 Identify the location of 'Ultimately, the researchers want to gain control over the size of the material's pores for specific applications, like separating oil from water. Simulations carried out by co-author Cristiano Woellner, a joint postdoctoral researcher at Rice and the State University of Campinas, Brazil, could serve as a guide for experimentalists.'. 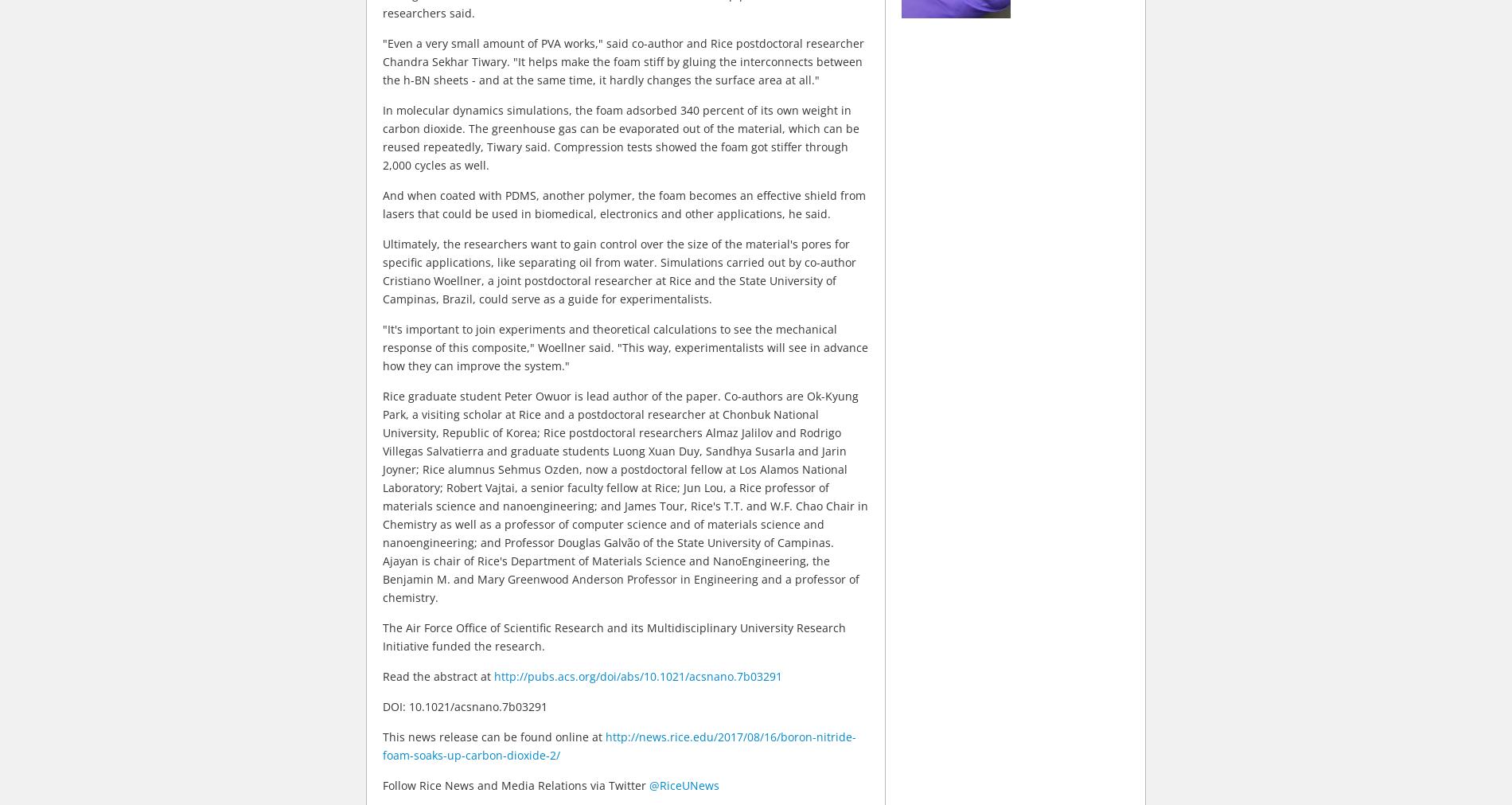
(618, 269).